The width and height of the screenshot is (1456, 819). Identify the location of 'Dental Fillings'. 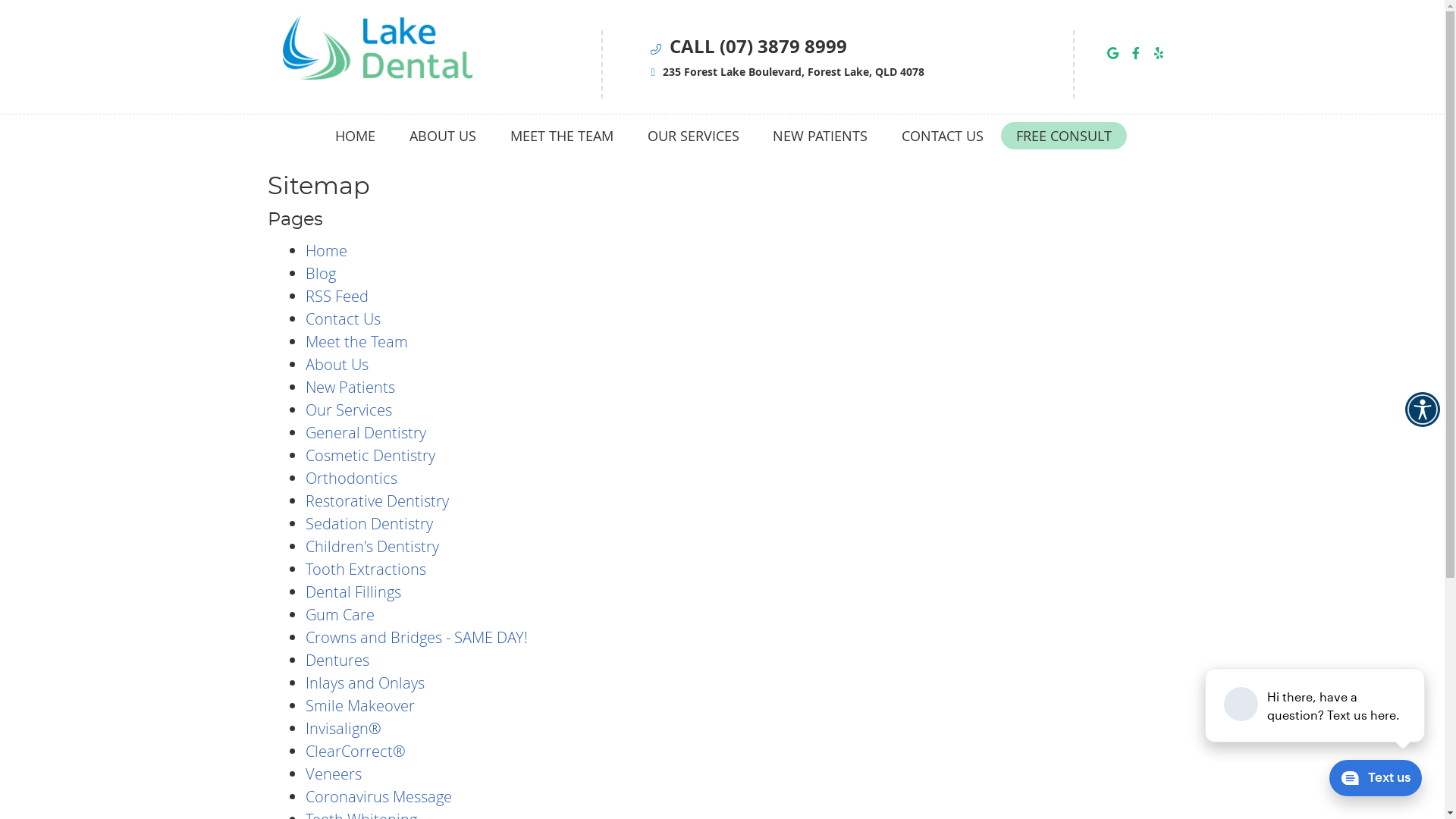
(304, 591).